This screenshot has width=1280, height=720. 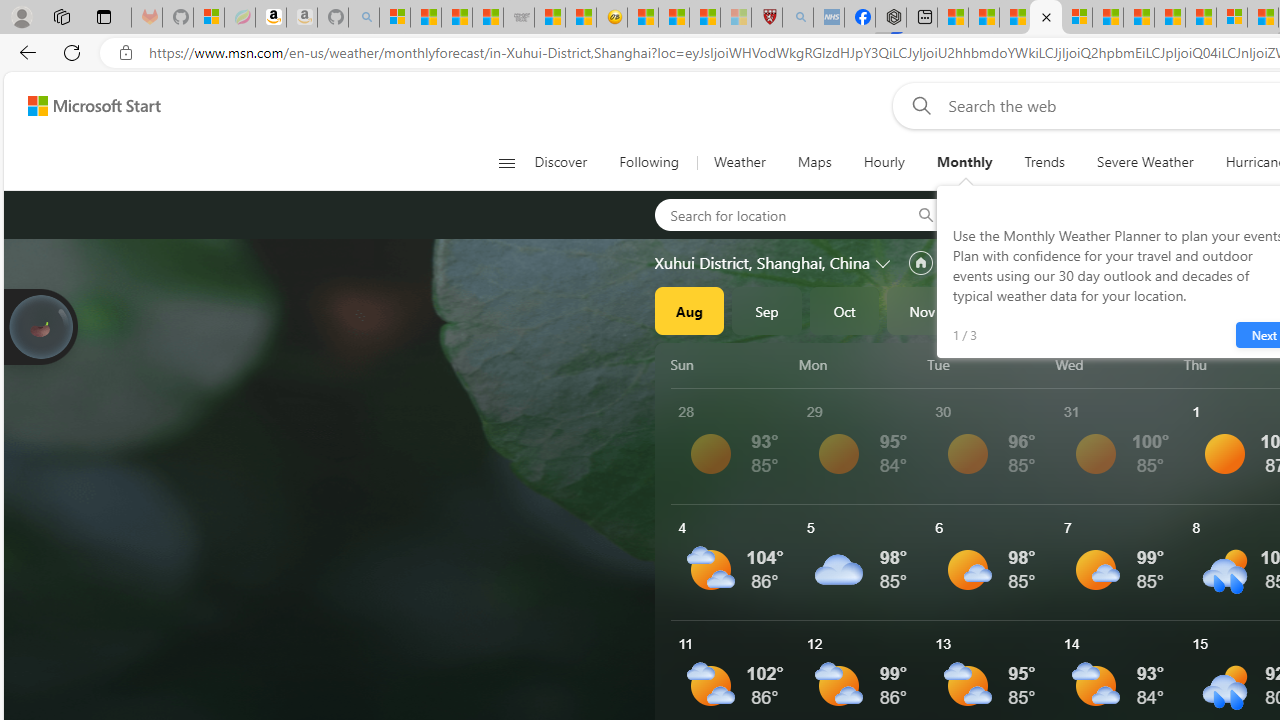 I want to click on '14 Common Myths Debunked By Scientific Facts', so click(x=1169, y=17).